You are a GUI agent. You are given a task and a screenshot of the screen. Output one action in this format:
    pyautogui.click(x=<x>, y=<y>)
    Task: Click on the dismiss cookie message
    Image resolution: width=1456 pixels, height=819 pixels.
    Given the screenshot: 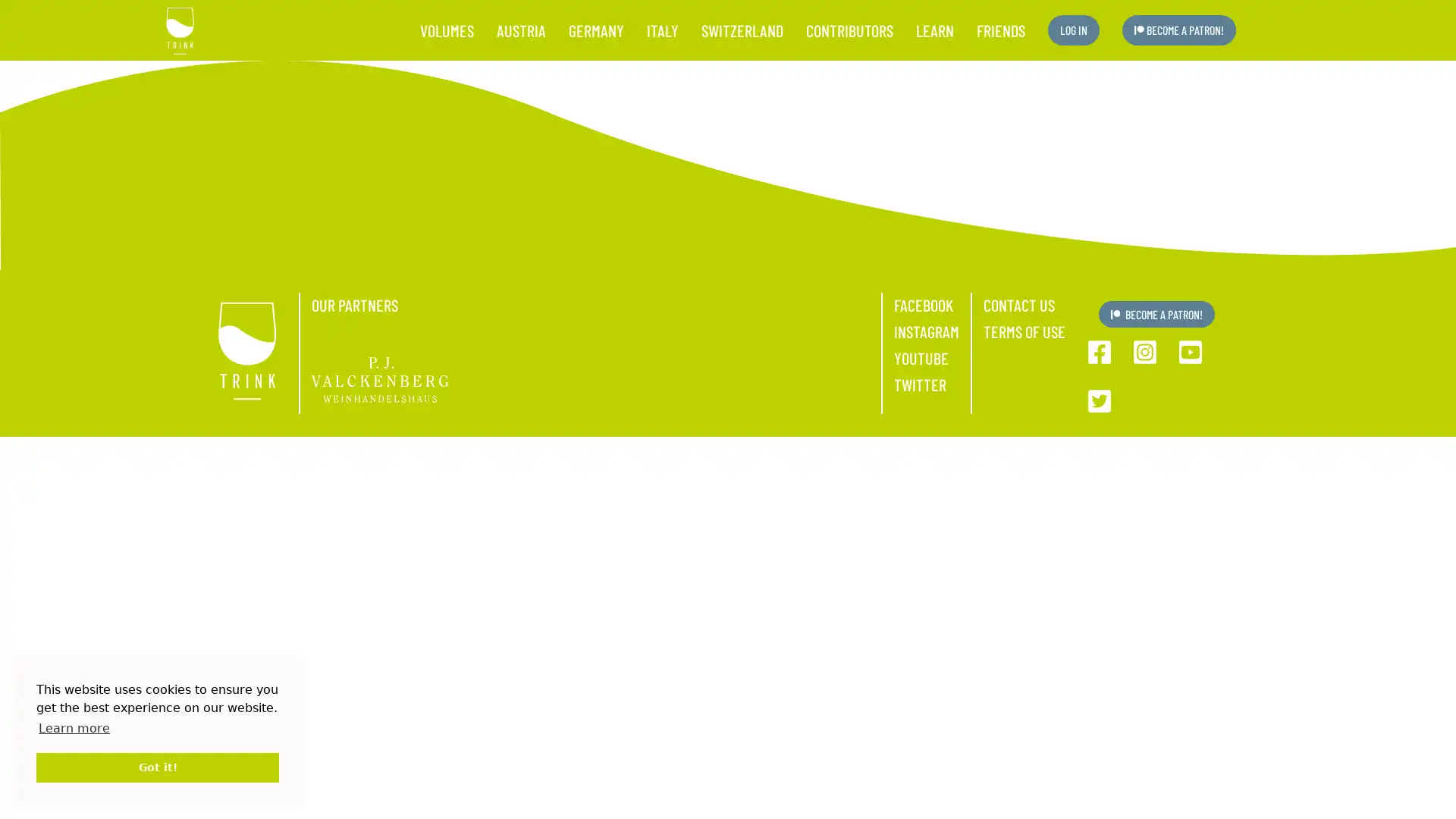 What is the action you would take?
    pyautogui.click(x=157, y=767)
    